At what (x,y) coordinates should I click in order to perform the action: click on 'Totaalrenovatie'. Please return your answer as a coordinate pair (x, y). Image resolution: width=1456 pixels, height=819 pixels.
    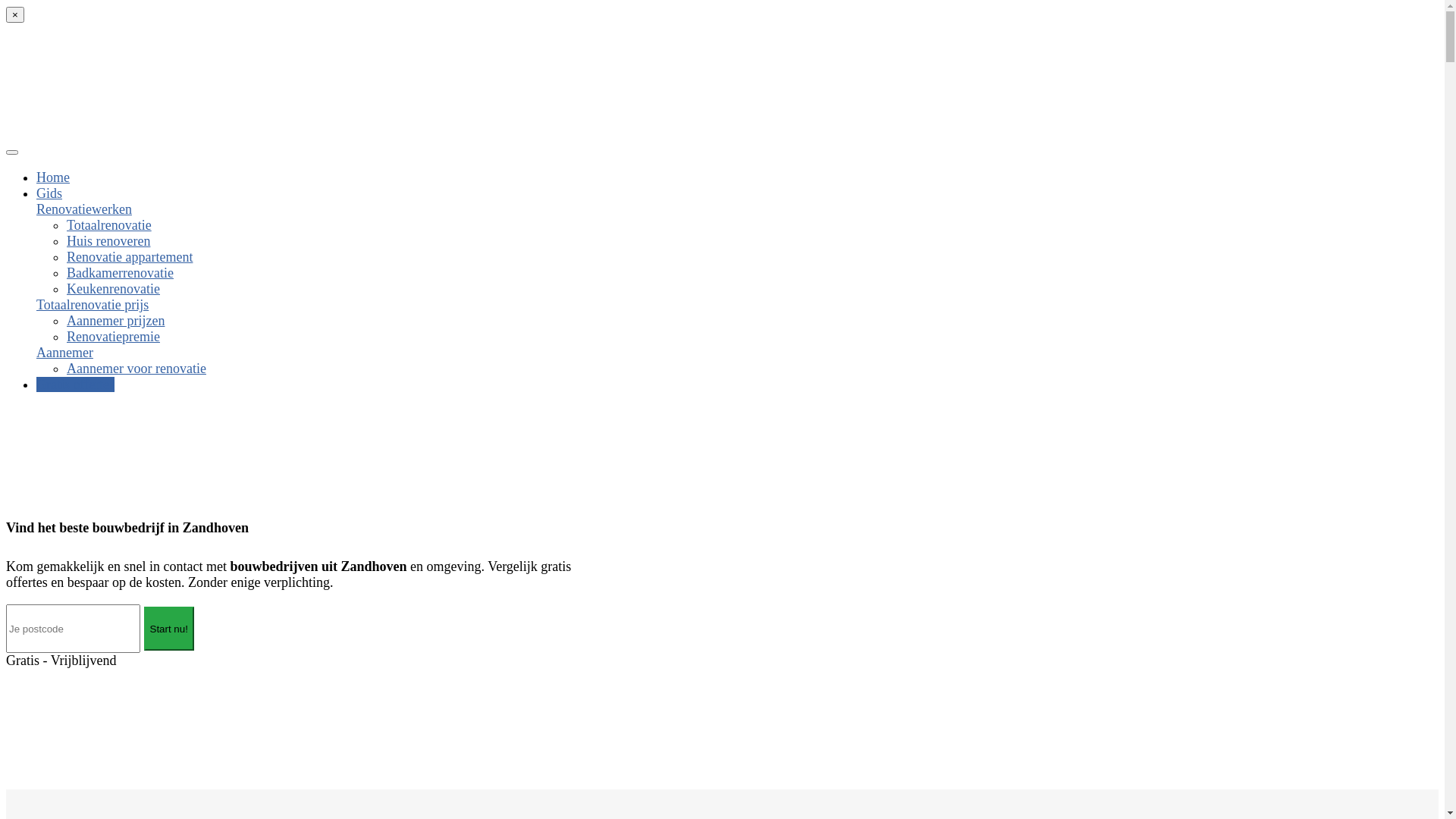
    Looking at the image, I should click on (108, 225).